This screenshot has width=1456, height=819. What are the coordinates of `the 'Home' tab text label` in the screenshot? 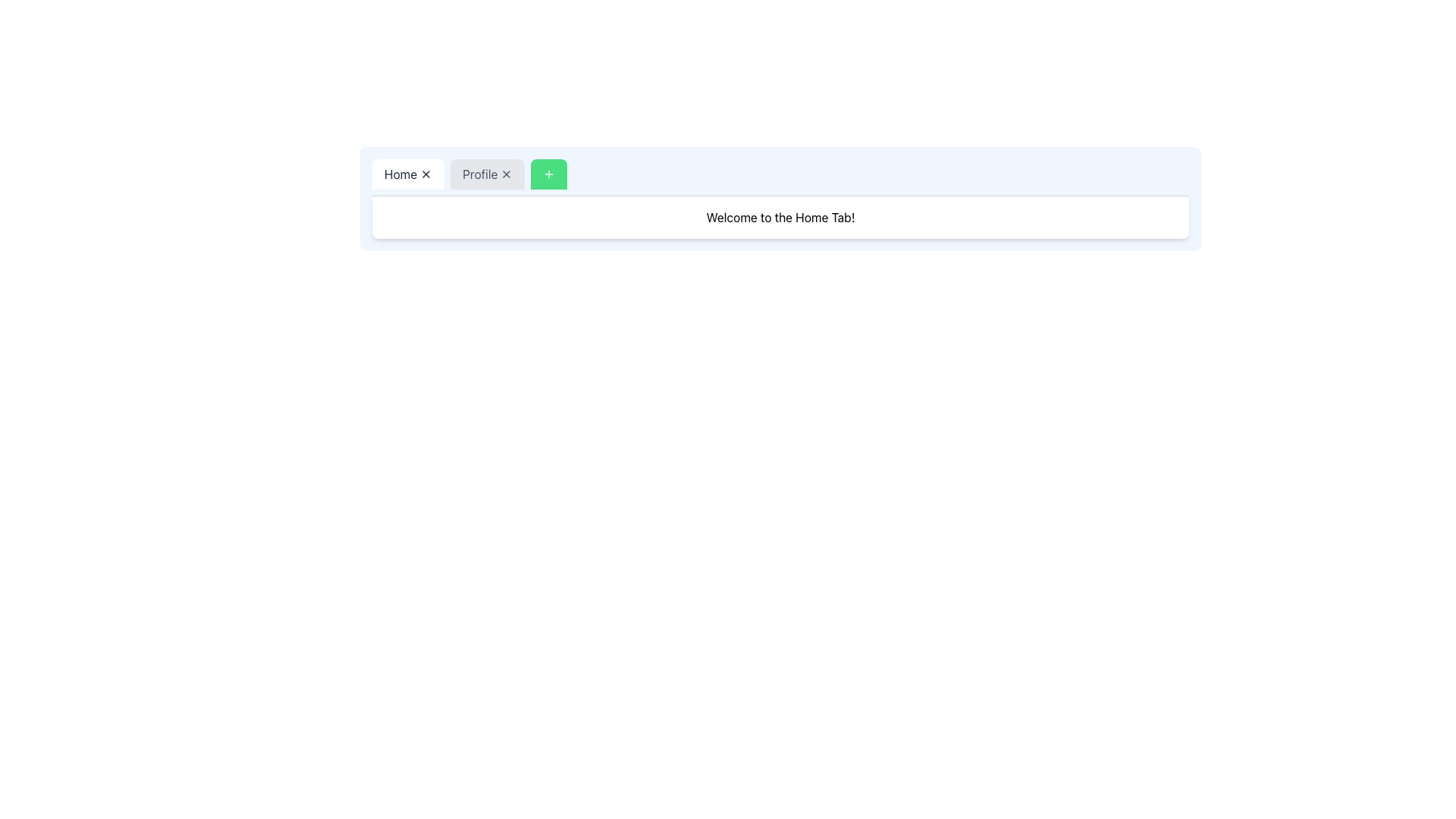 It's located at (400, 174).